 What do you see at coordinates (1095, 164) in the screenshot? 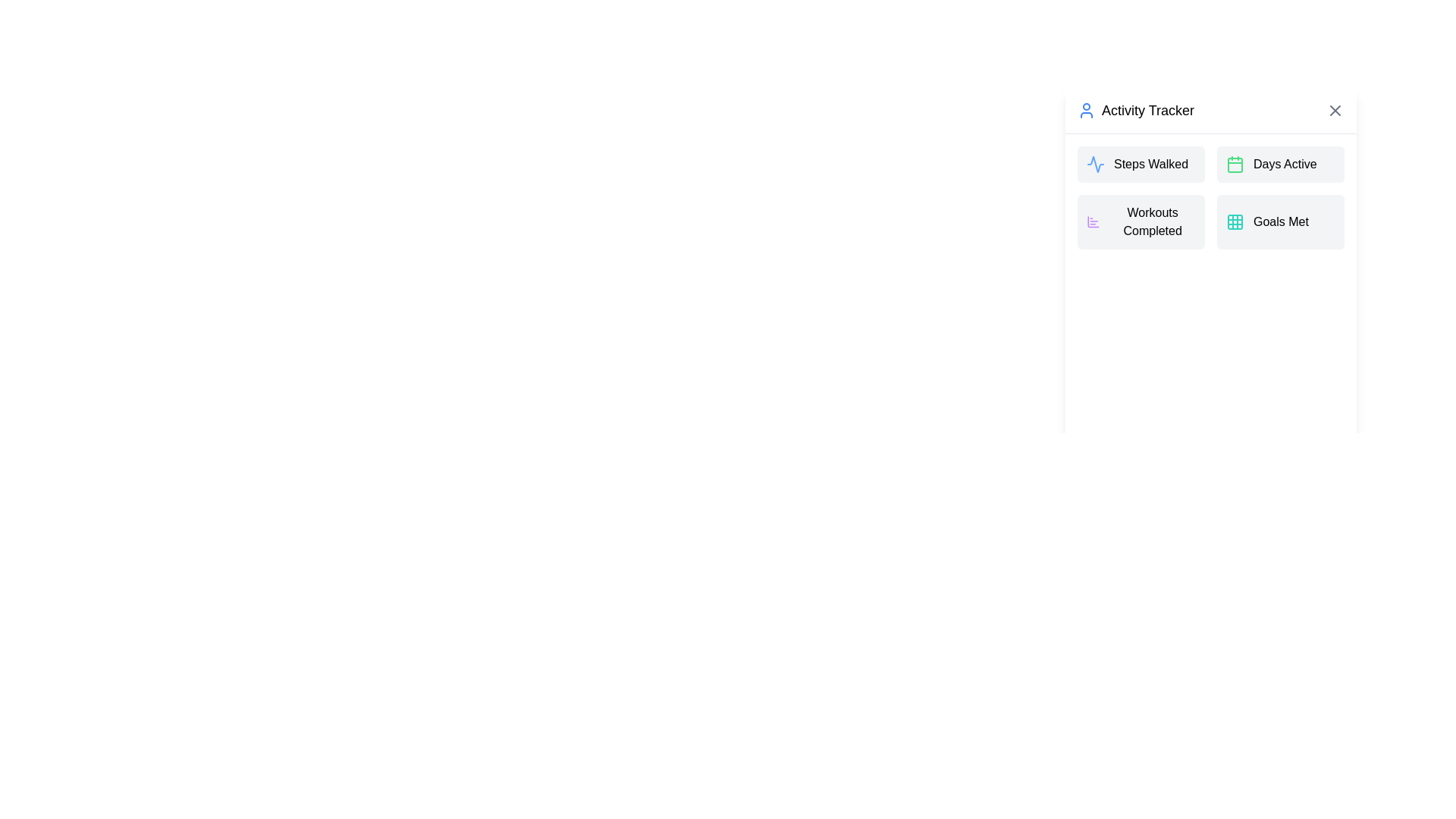
I see `the icon representing activities or tracking` at bounding box center [1095, 164].